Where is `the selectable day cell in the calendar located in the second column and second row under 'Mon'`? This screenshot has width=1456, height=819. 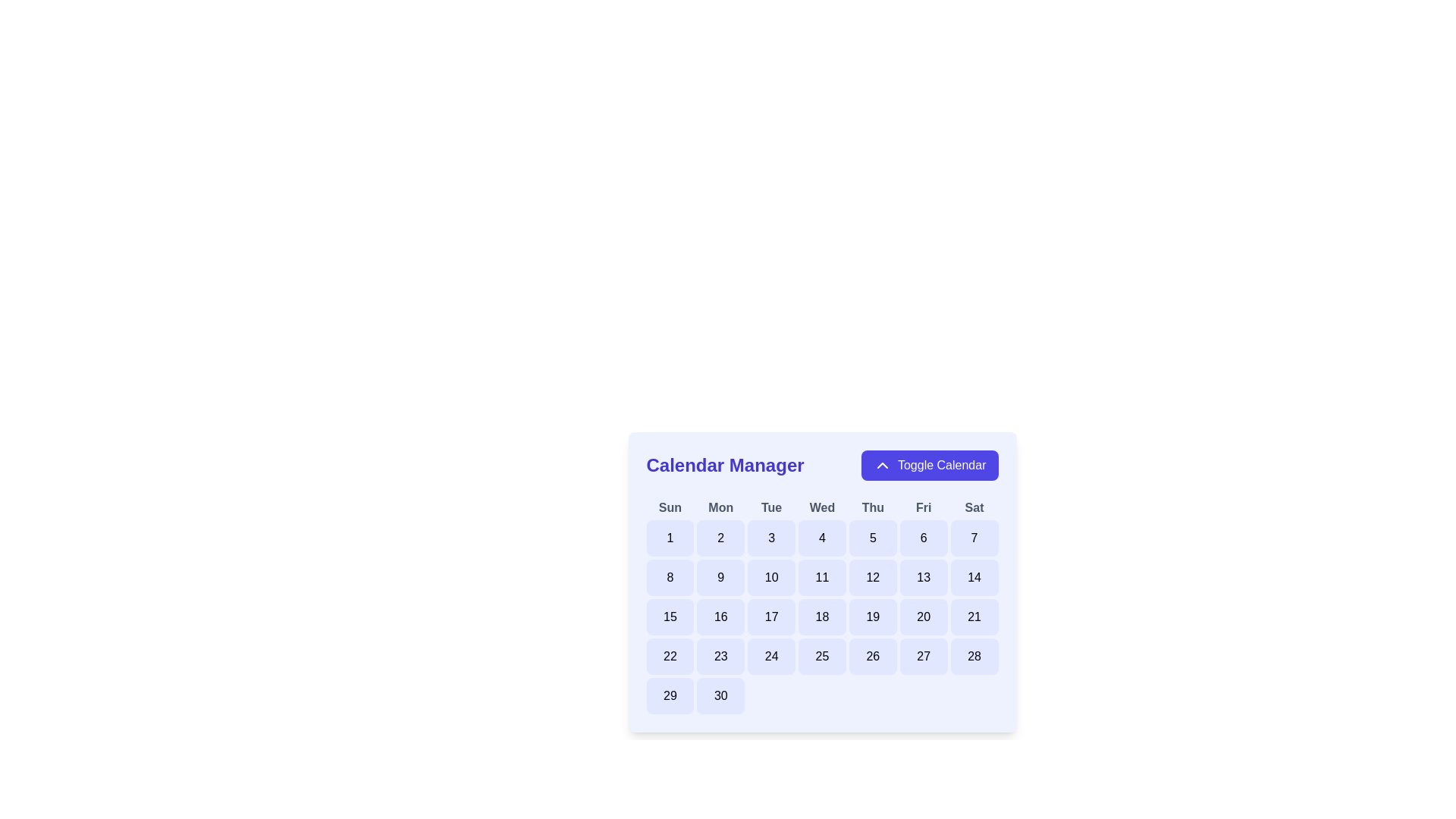 the selectable day cell in the calendar located in the second column and second row under 'Mon' is located at coordinates (720, 578).